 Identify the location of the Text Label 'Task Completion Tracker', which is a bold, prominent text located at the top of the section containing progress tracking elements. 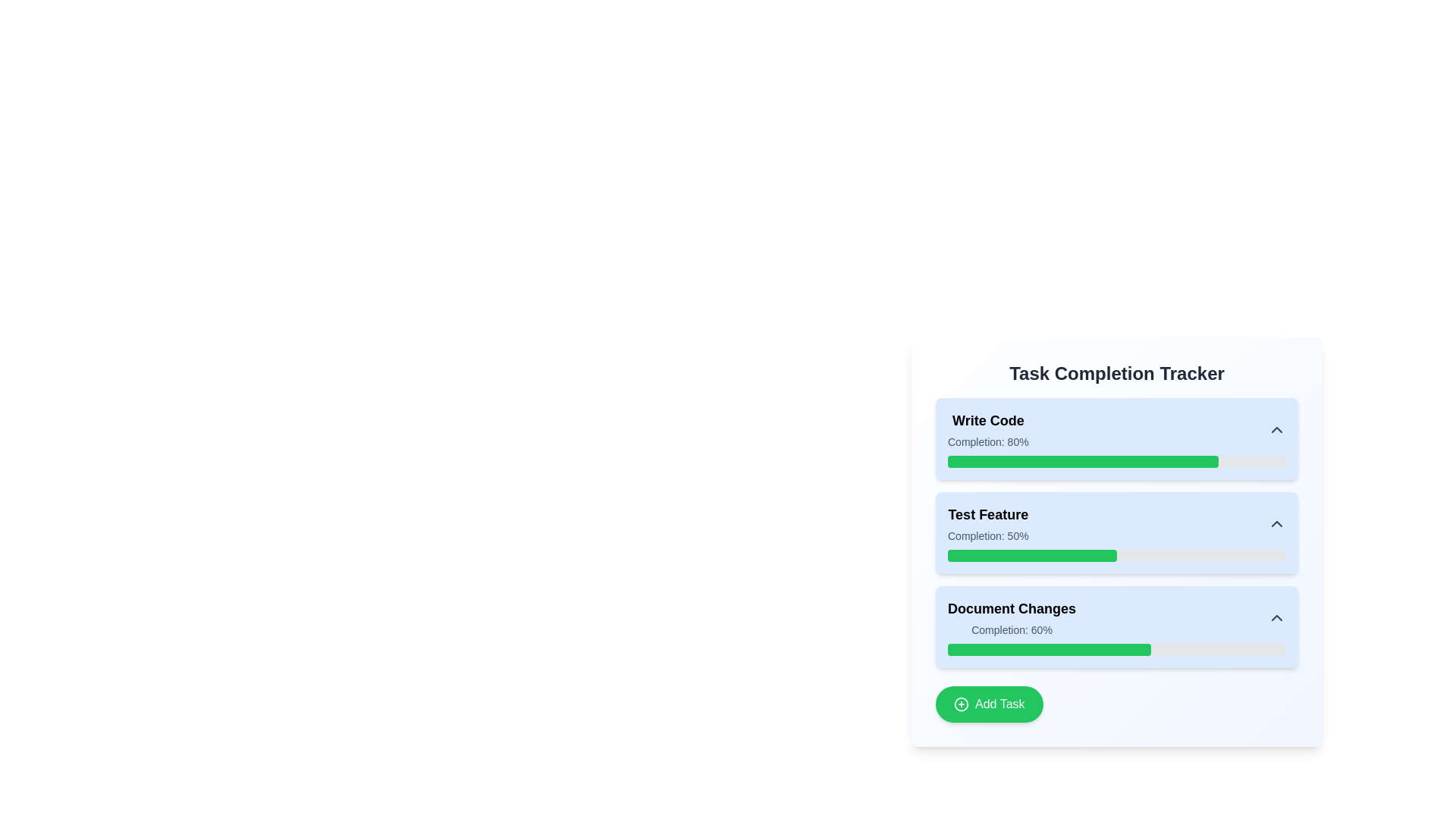
(1117, 374).